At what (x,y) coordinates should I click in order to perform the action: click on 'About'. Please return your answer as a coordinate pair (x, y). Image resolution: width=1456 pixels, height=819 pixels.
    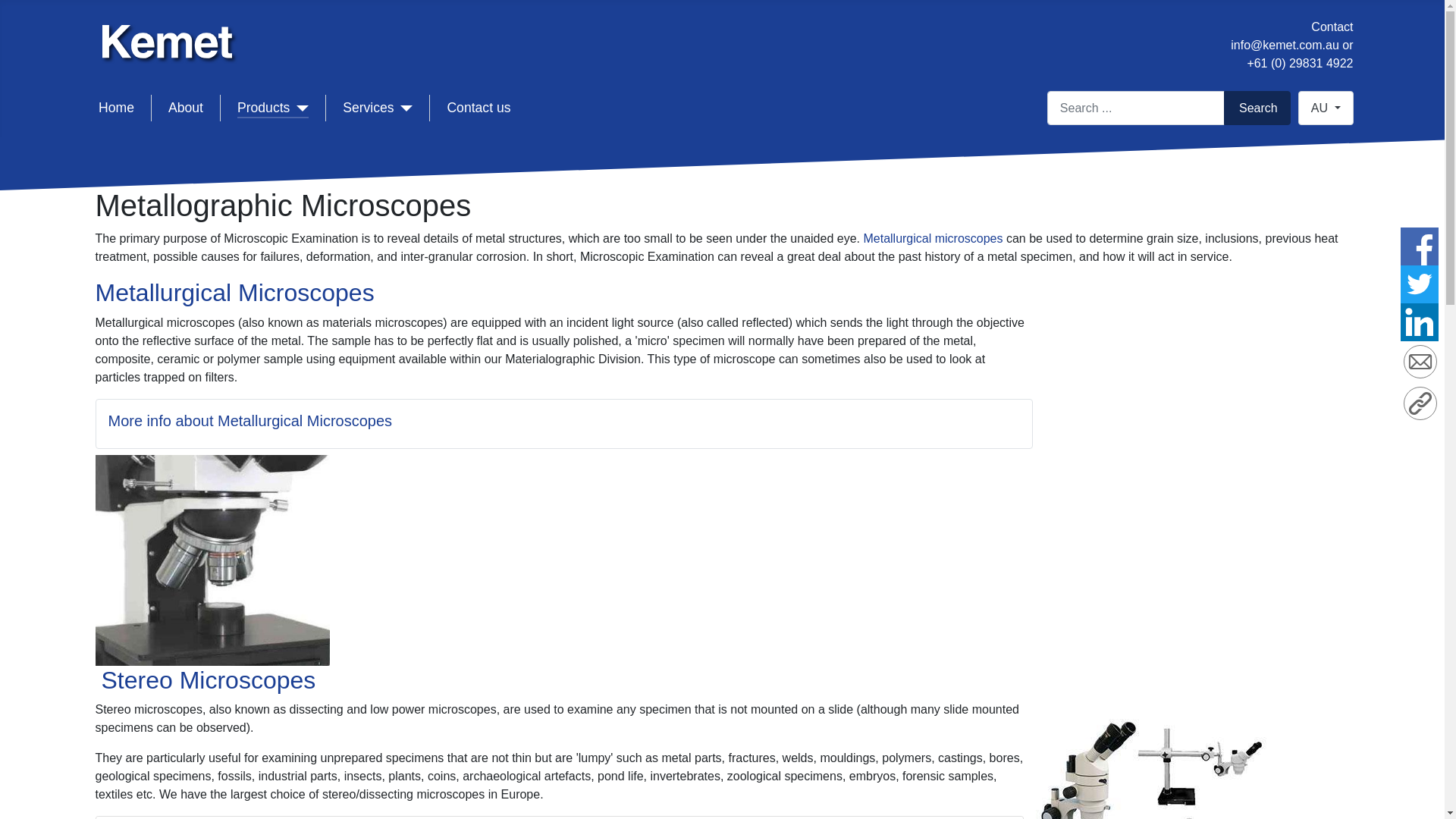
    Looking at the image, I should click on (184, 107).